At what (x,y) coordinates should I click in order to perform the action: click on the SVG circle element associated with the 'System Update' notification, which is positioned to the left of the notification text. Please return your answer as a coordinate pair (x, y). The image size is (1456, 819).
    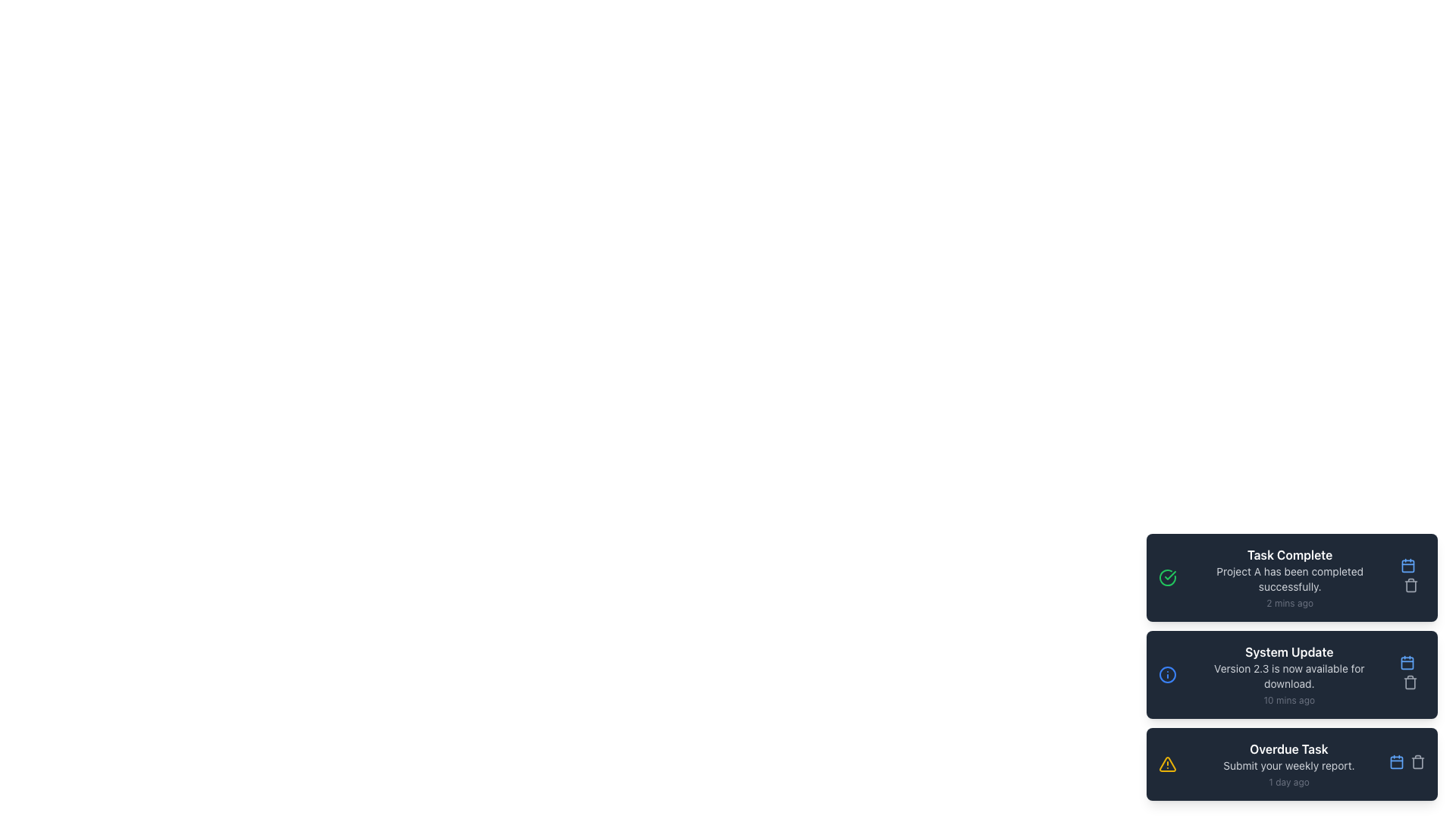
    Looking at the image, I should click on (1167, 674).